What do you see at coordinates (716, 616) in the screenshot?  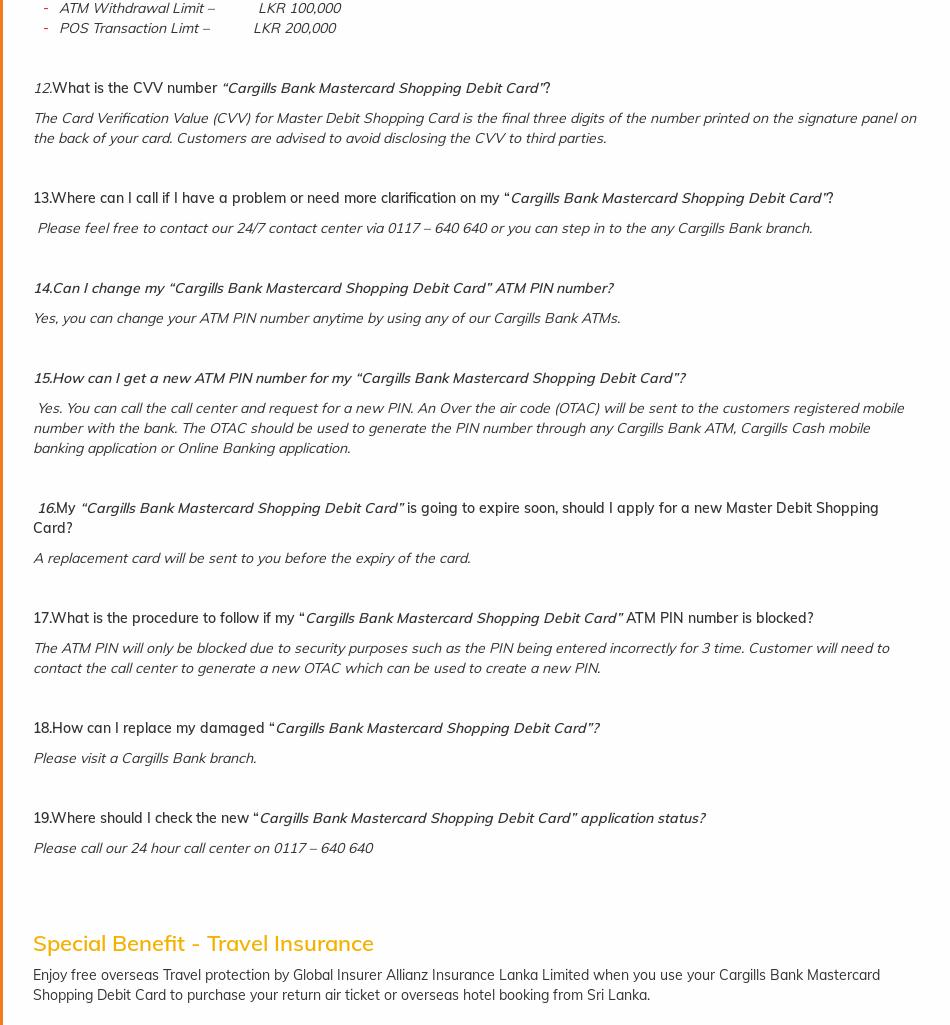 I see `'ATM PIN number is blocked?'` at bounding box center [716, 616].